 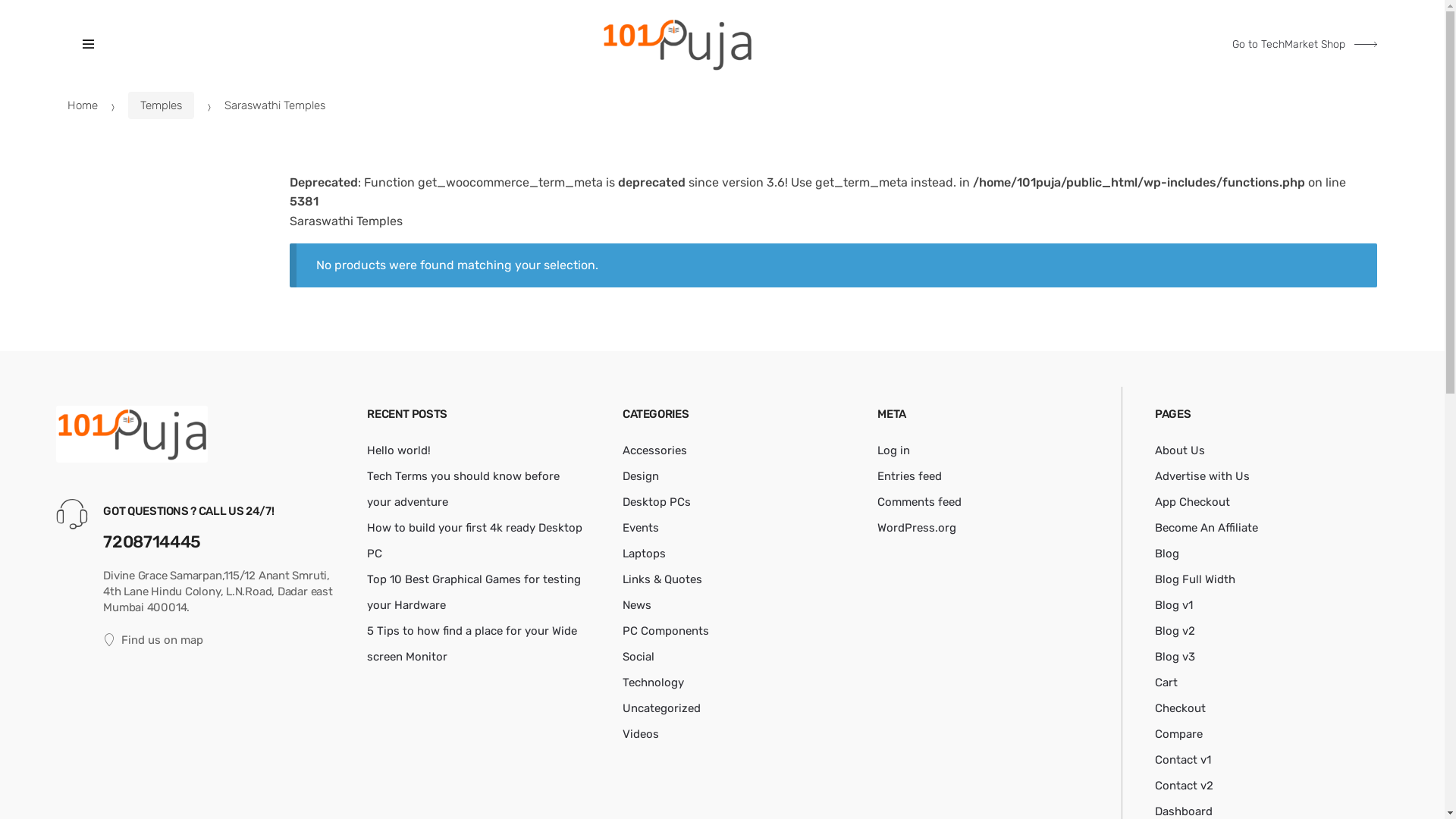 I want to click on 'How to build your first 4k ready Desktop PC', so click(x=473, y=540).